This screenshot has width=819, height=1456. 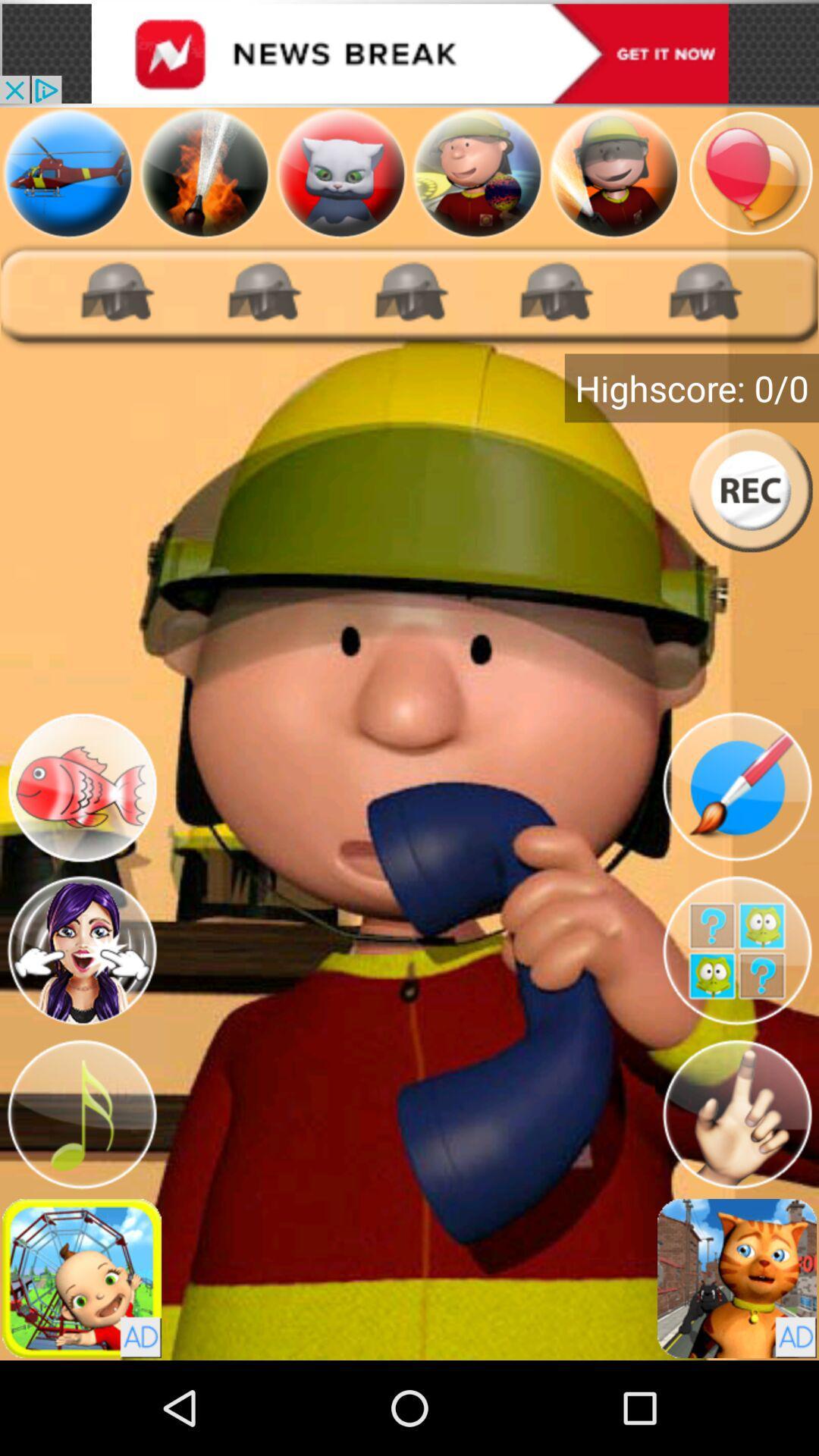 I want to click on the music icon, so click(x=82, y=1192).